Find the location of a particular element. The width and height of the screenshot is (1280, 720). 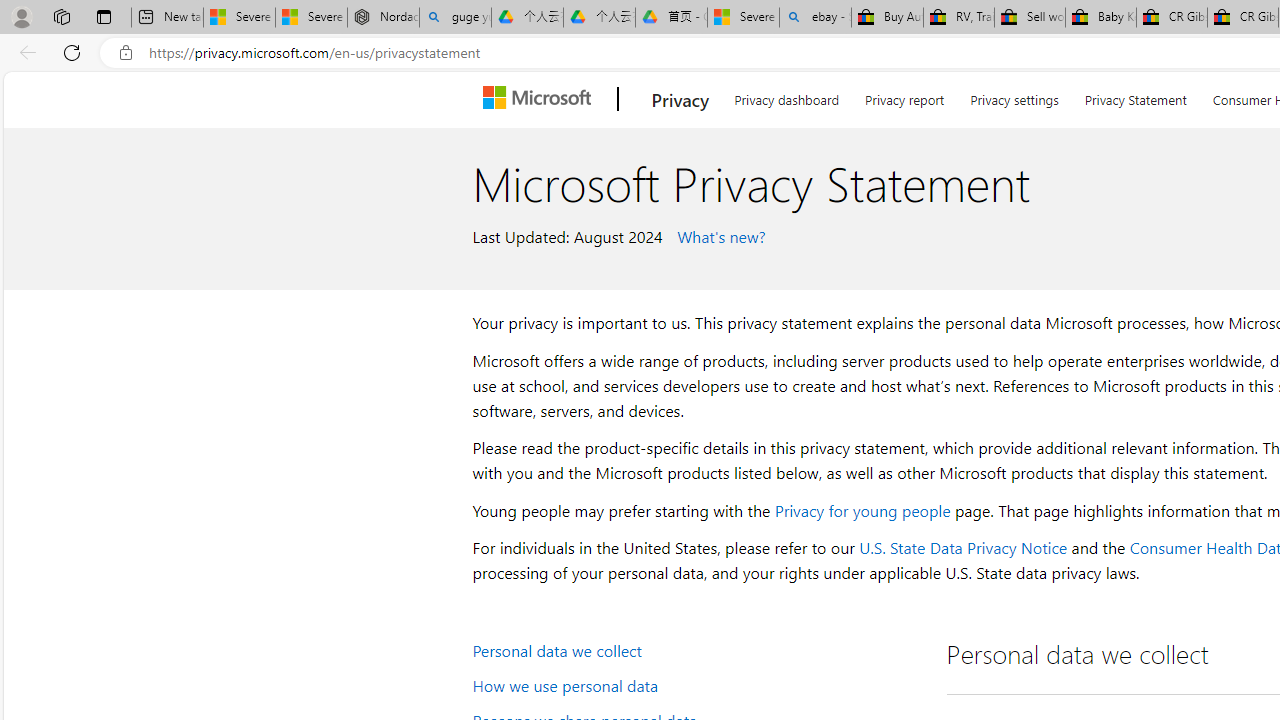

'Privacy settings' is located at coordinates (1015, 96).